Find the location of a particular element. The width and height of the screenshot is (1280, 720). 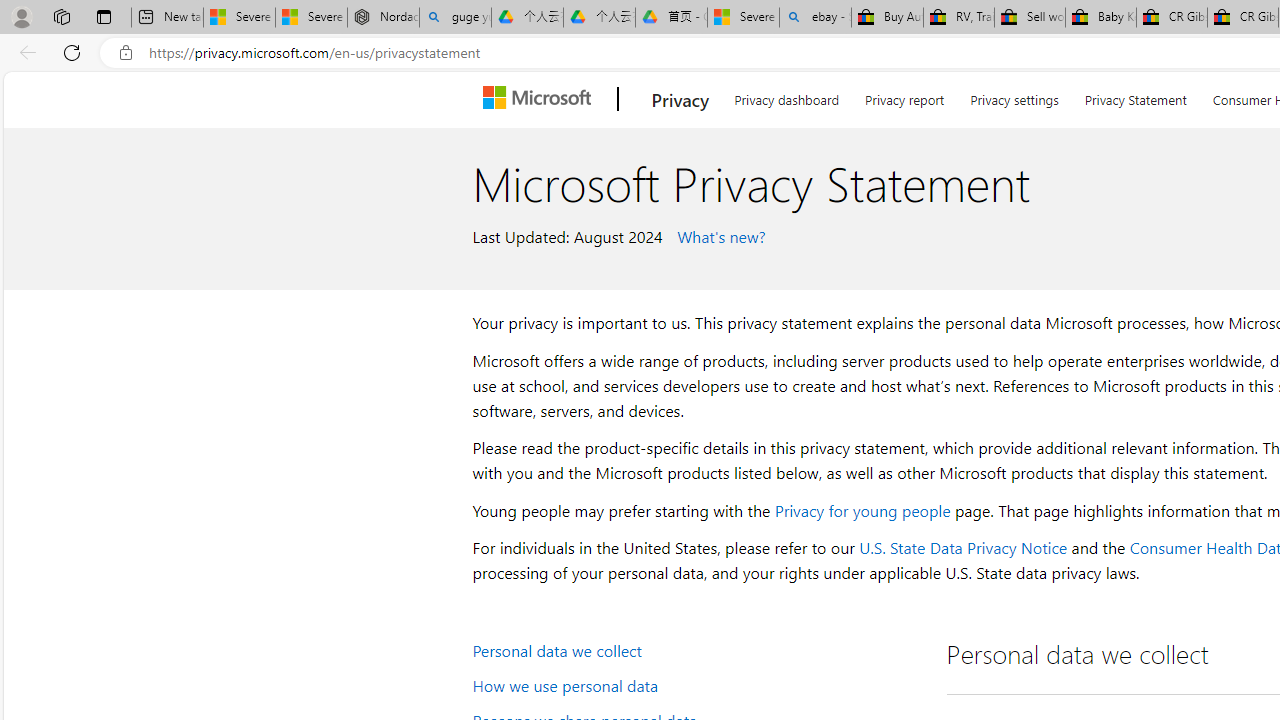

'Privacy settings' is located at coordinates (1015, 96).